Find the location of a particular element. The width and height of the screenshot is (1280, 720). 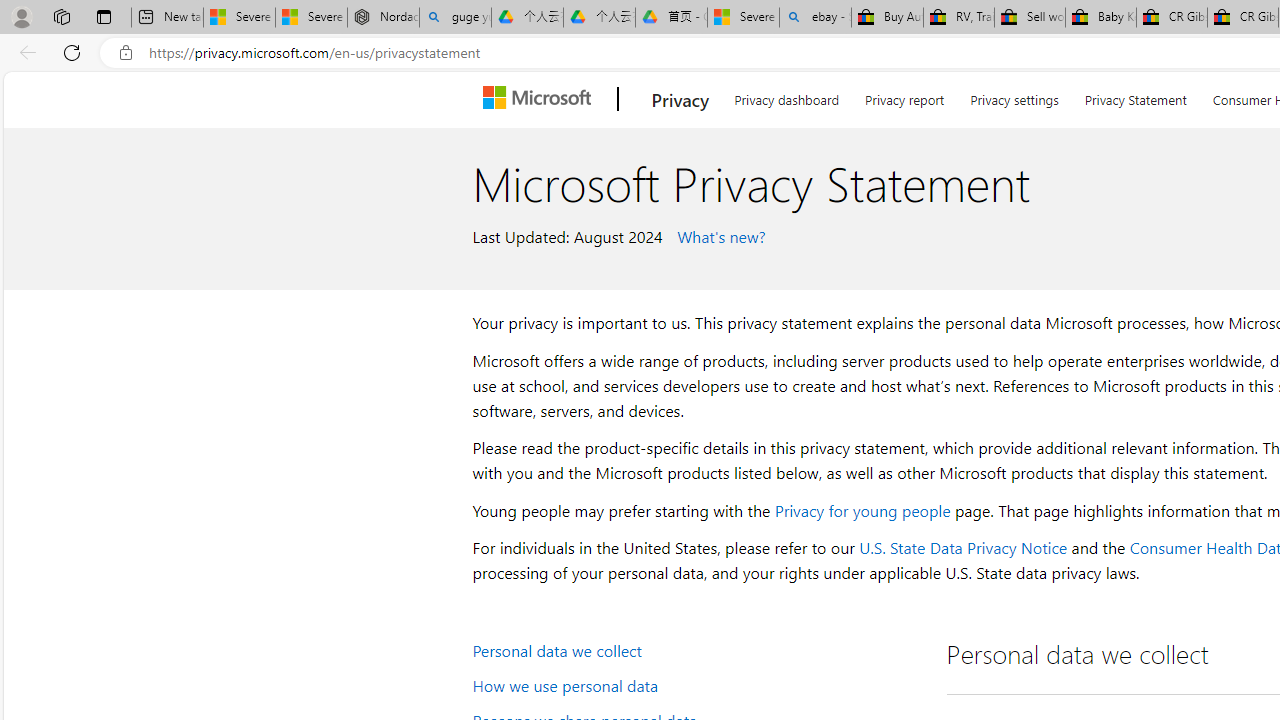

'Privacy settings' is located at coordinates (1015, 96).